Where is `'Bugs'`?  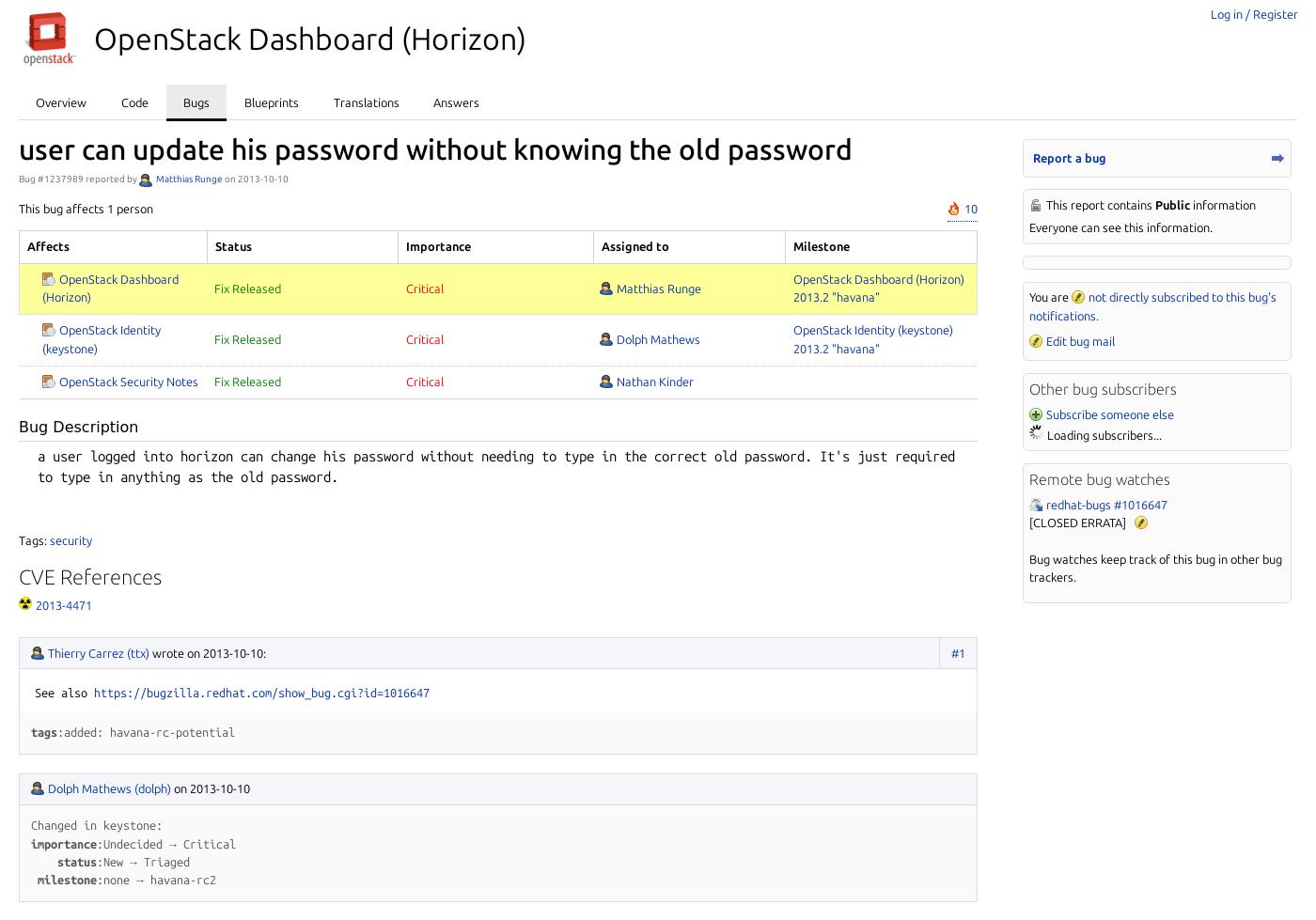
'Bugs' is located at coordinates (196, 101).